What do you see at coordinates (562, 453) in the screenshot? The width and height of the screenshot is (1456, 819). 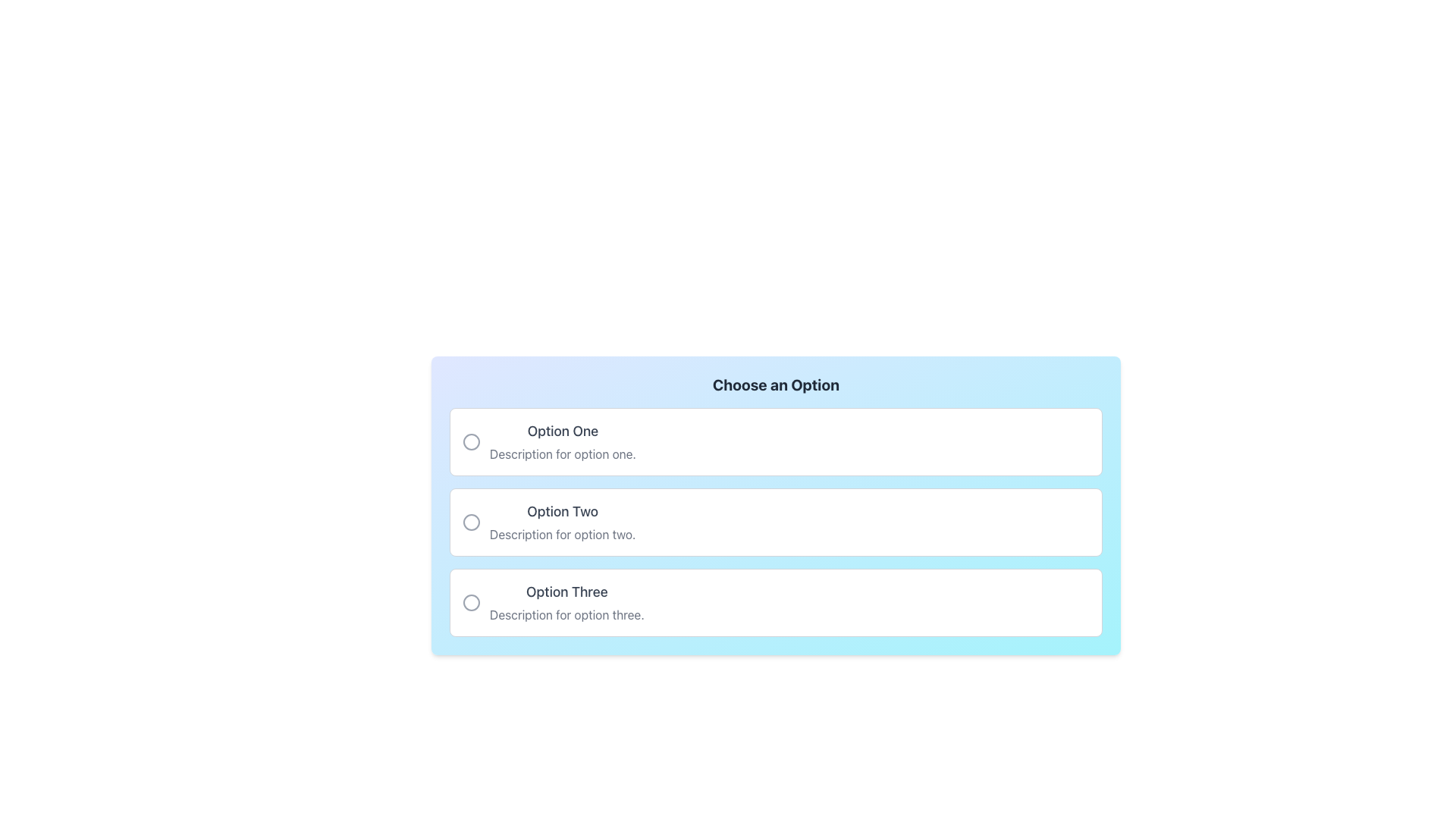 I see `the gray text labeled 'Description for option one.' located underneath the bold text 'Option One' in the first option of the vertical list` at bounding box center [562, 453].